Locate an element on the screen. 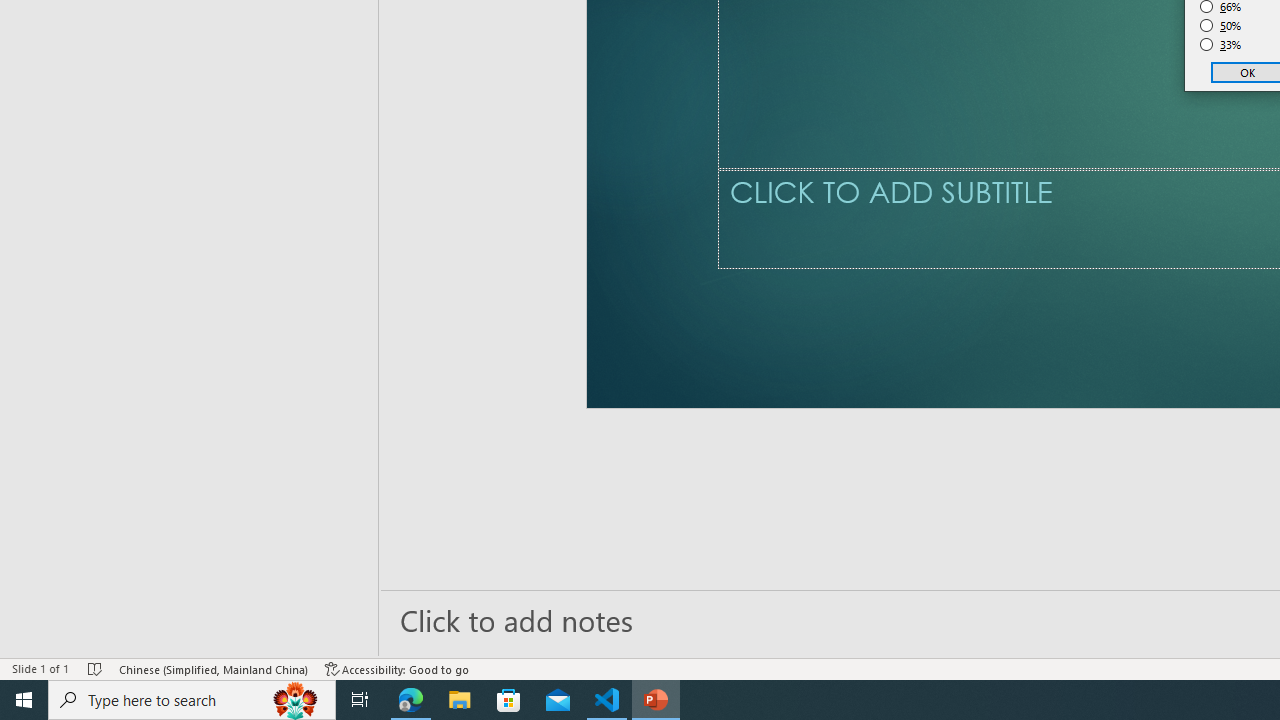 The image size is (1280, 720). '50%' is located at coordinates (1220, 25).